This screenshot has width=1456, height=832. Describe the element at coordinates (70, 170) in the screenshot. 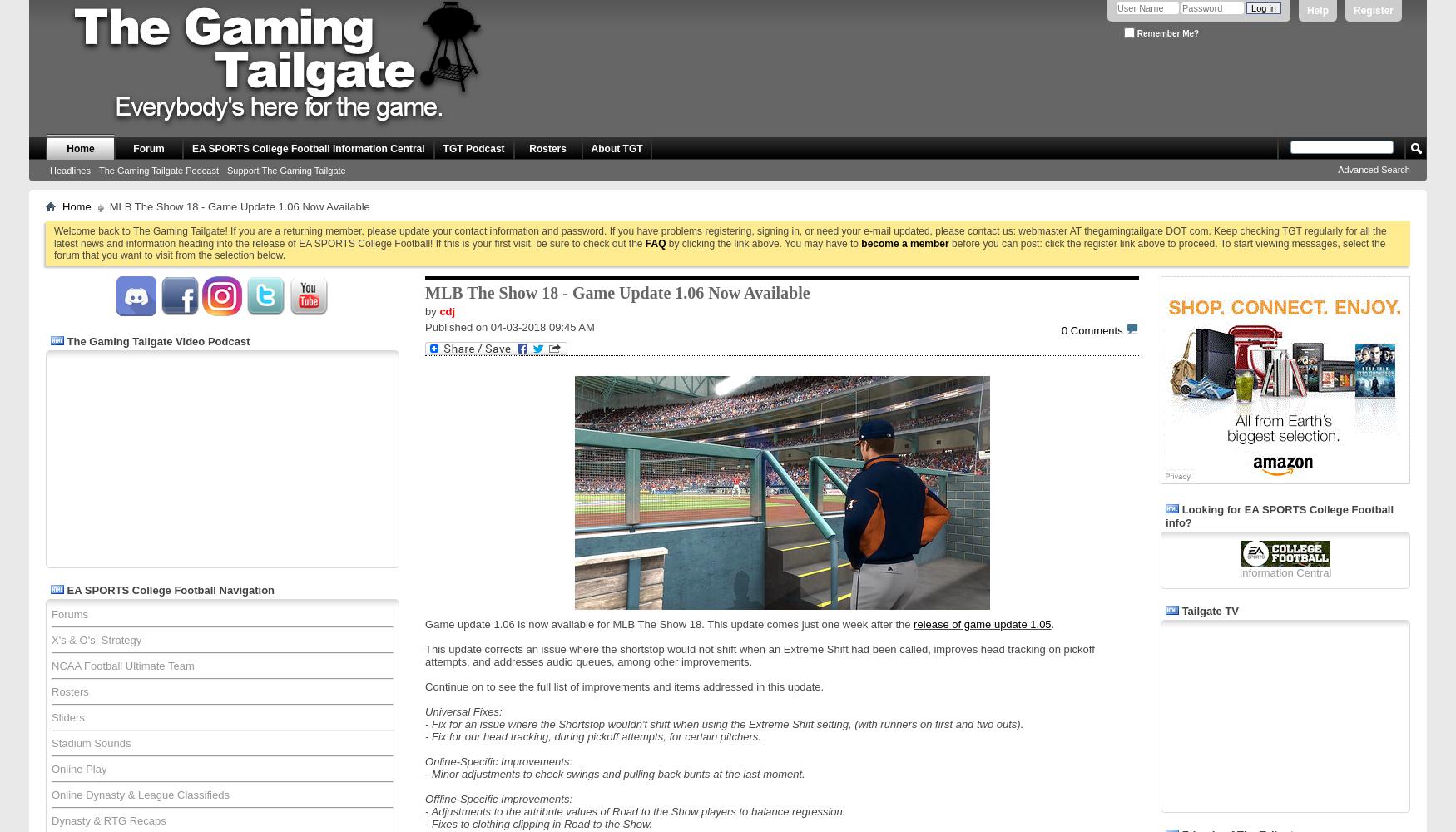

I see `'Headlines'` at that location.